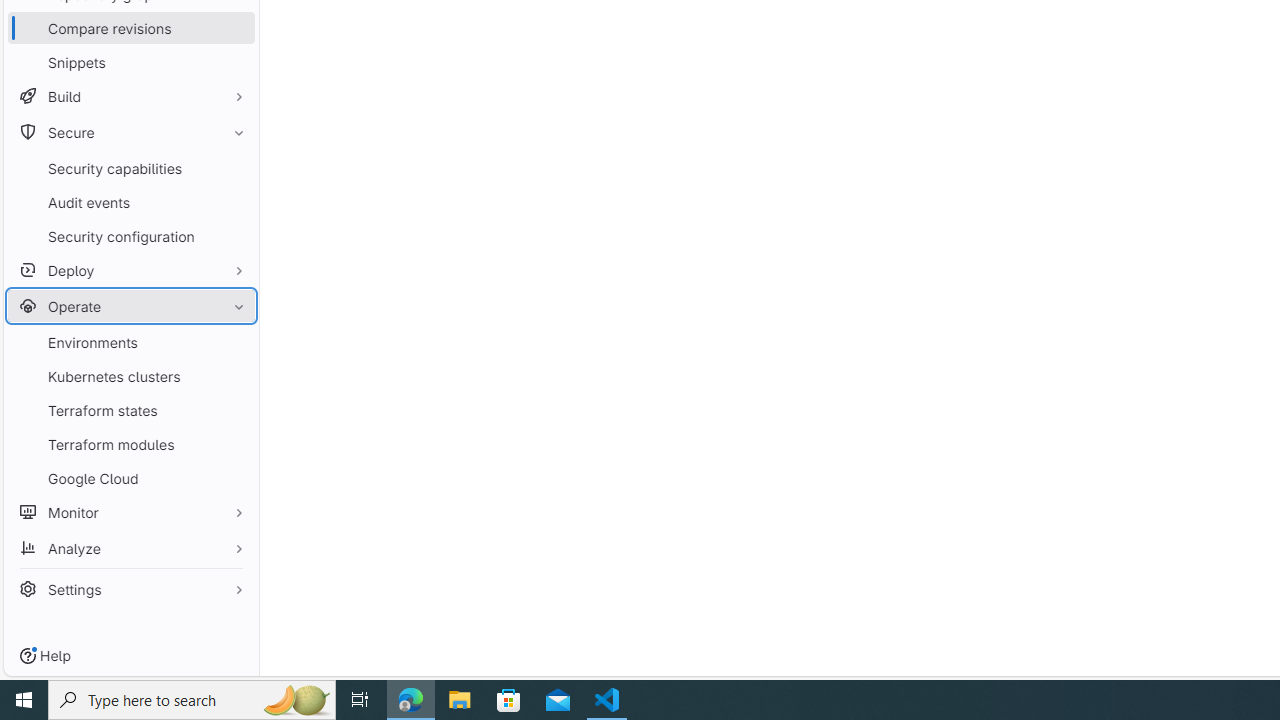 This screenshot has width=1280, height=720. I want to click on 'Kubernetes clusters', so click(130, 376).